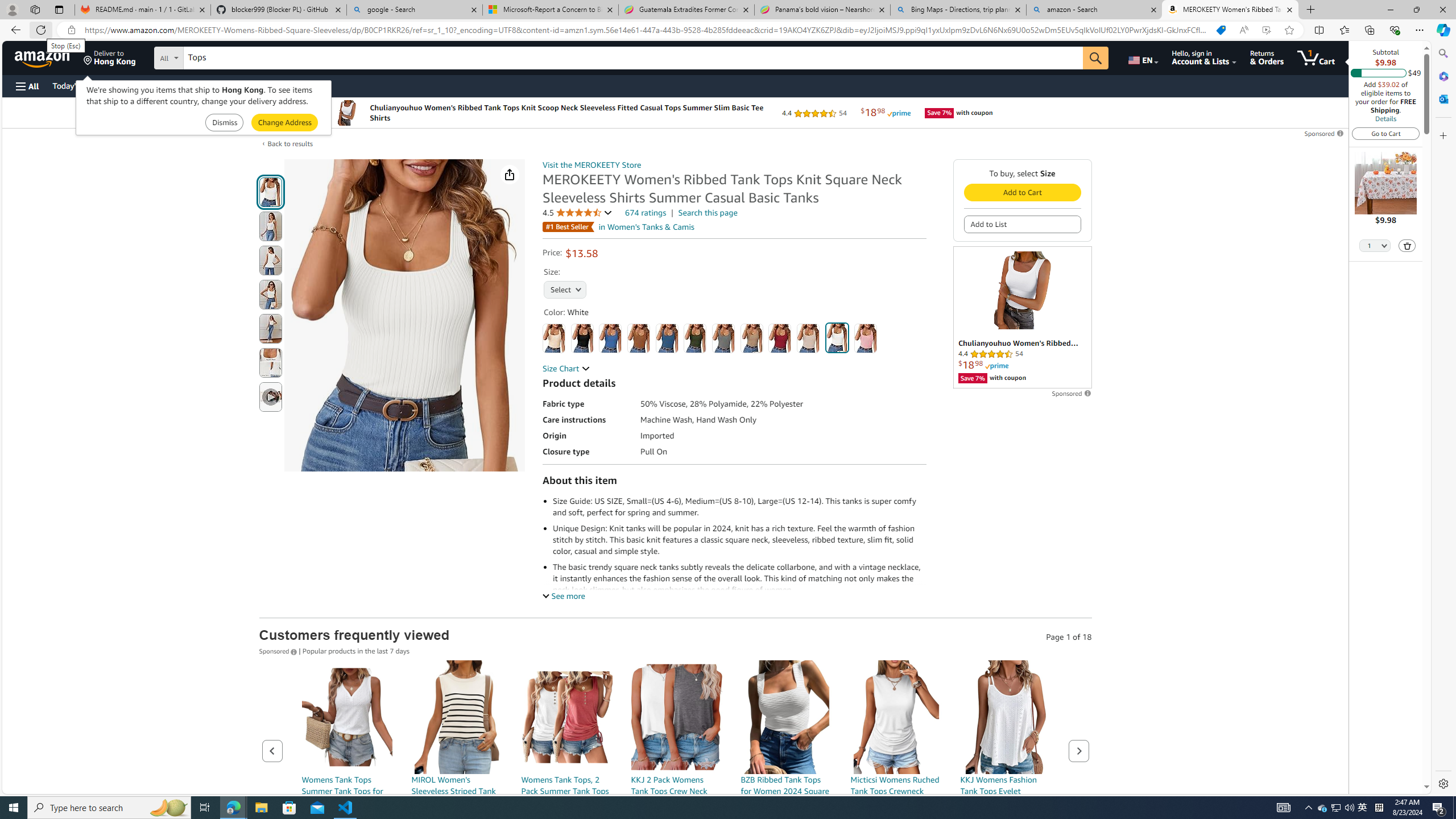 This screenshot has width=1456, height=819. I want to click on 'Delete', so click(1407, 245).